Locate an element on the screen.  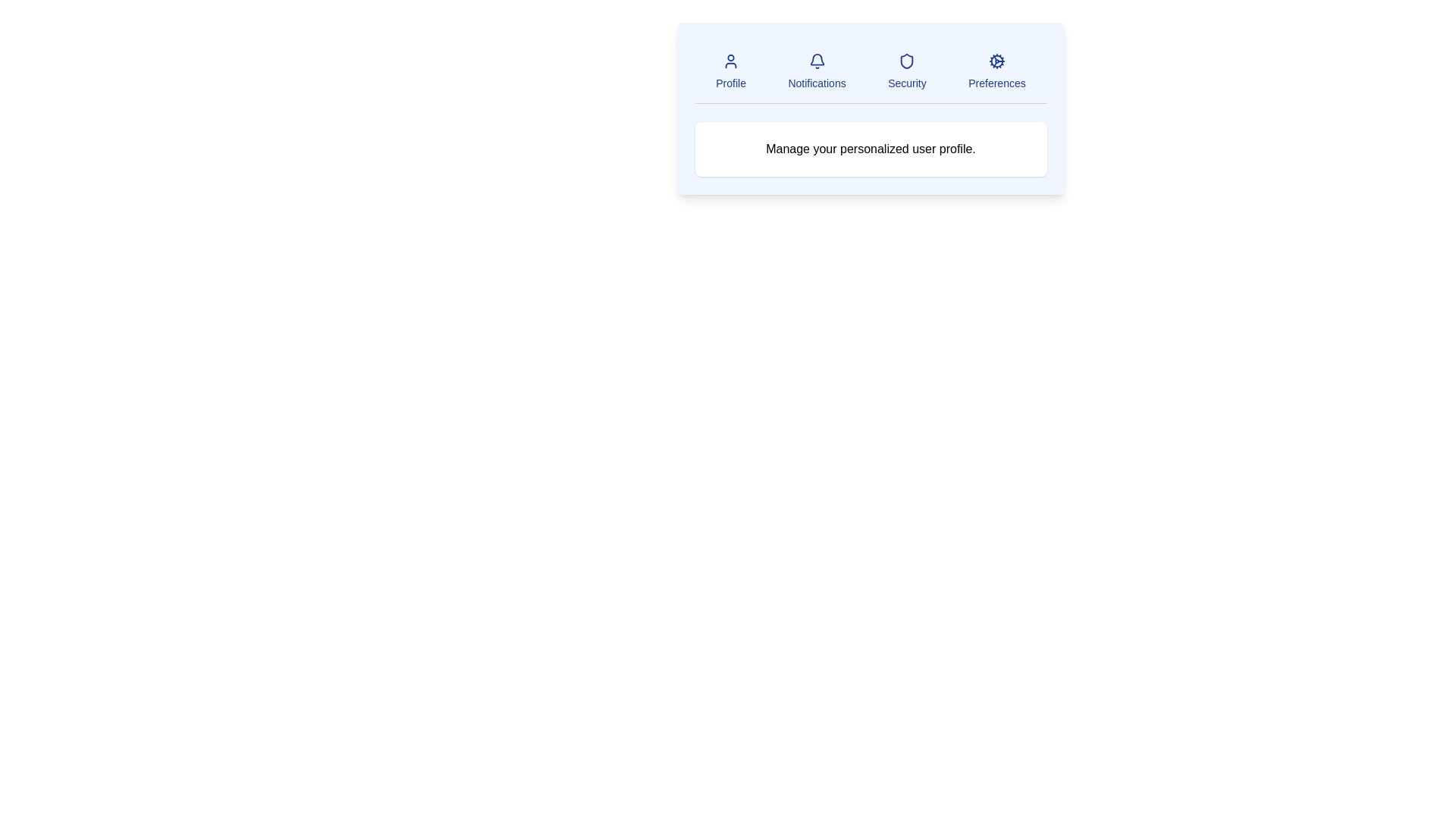
the tab labeled Security is located at coordinates (907, 72).